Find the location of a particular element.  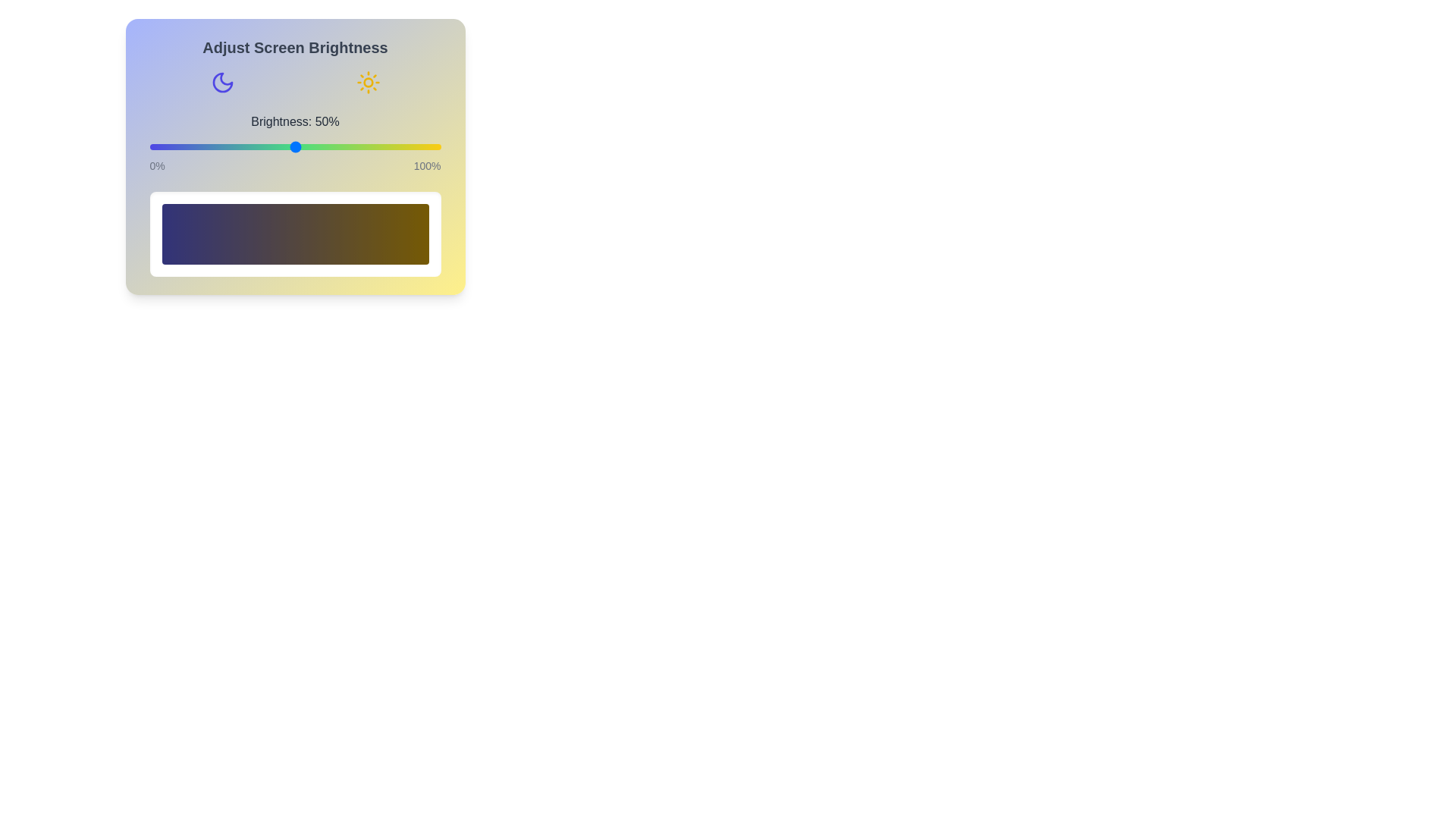

the brightness slider to 70% is located at coordinates (353, 146).